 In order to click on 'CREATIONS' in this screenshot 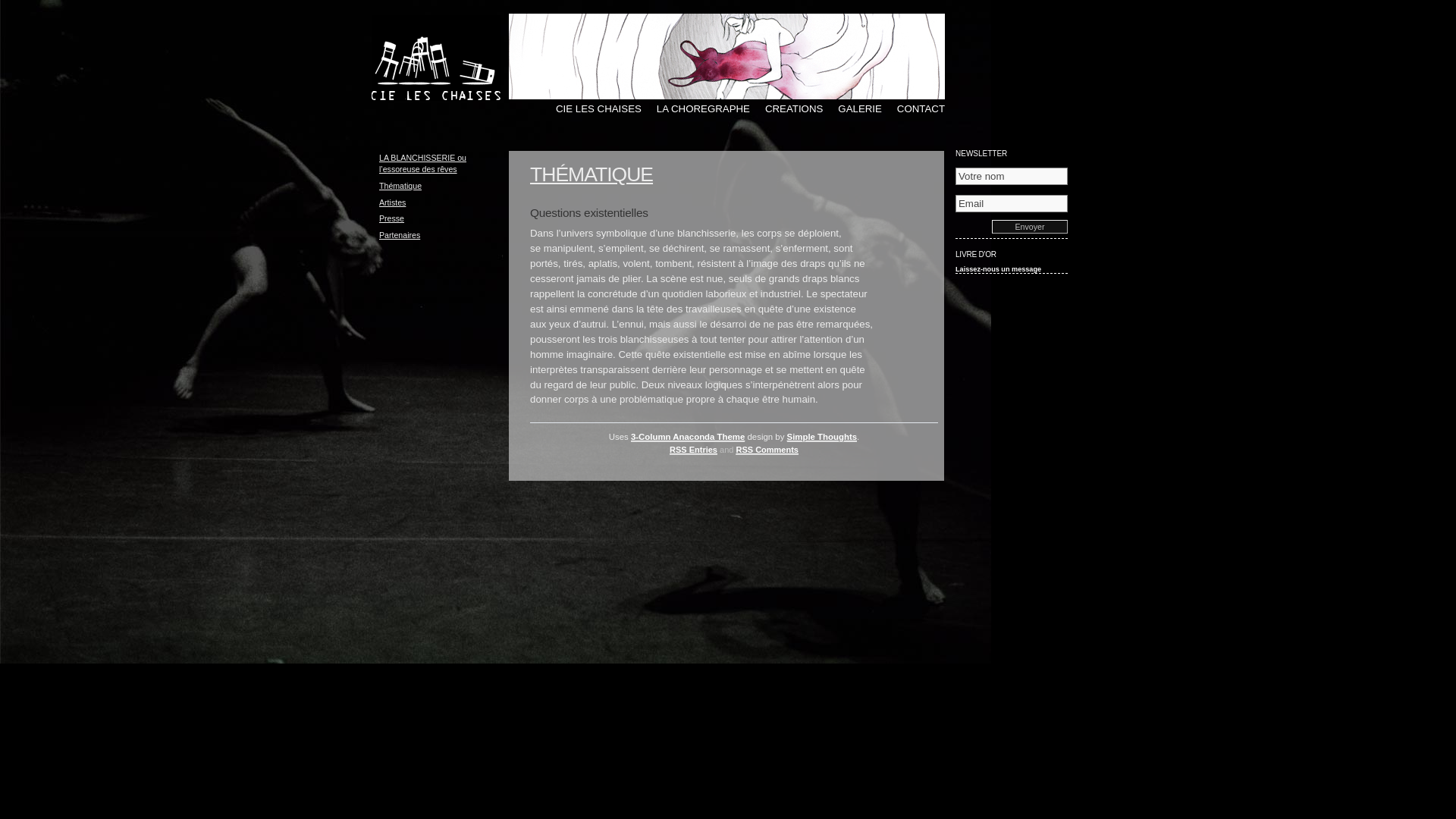, I will do `click(786, 108)`.